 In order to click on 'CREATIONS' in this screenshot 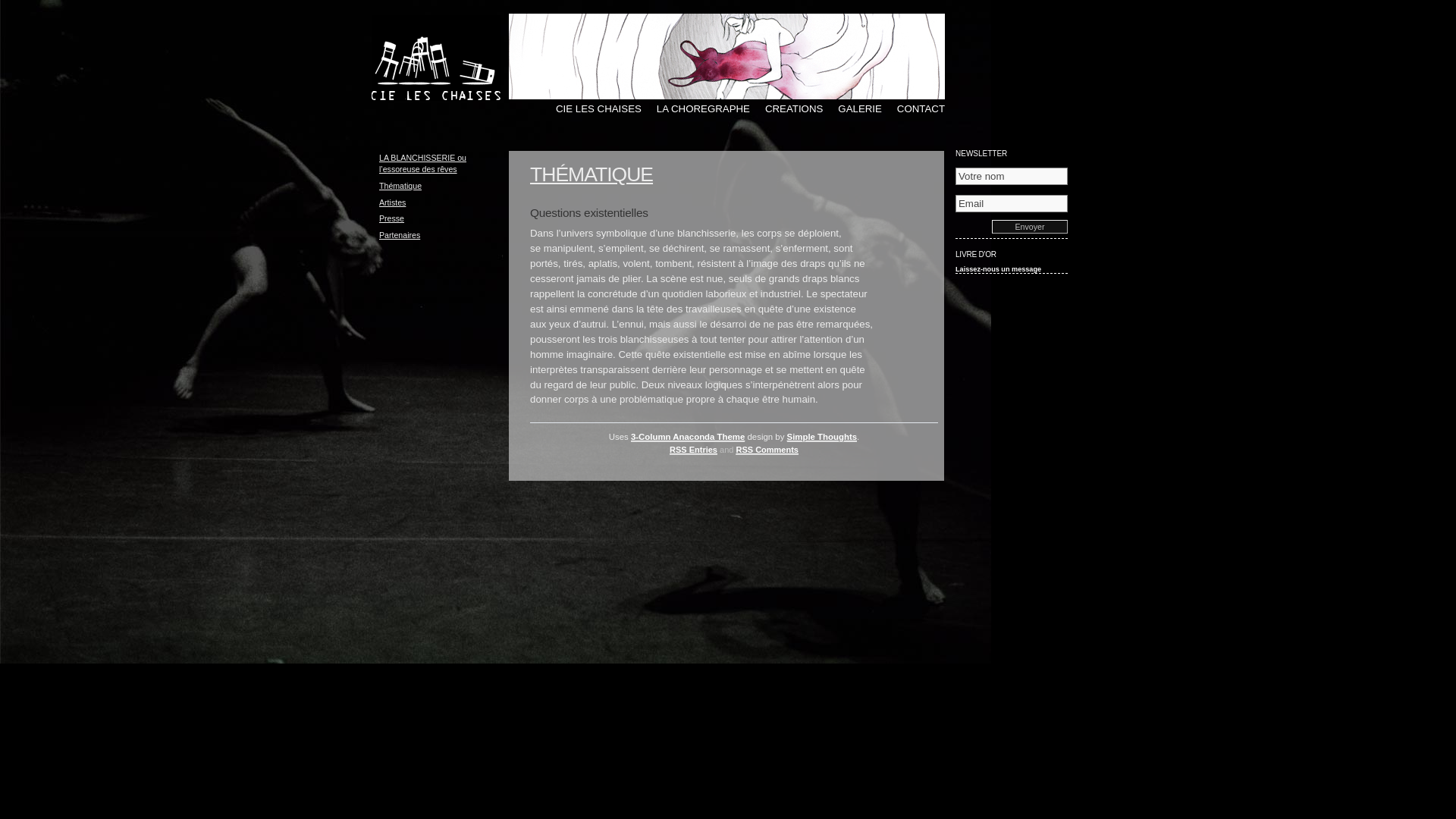, I will do `click(786, 108)`.